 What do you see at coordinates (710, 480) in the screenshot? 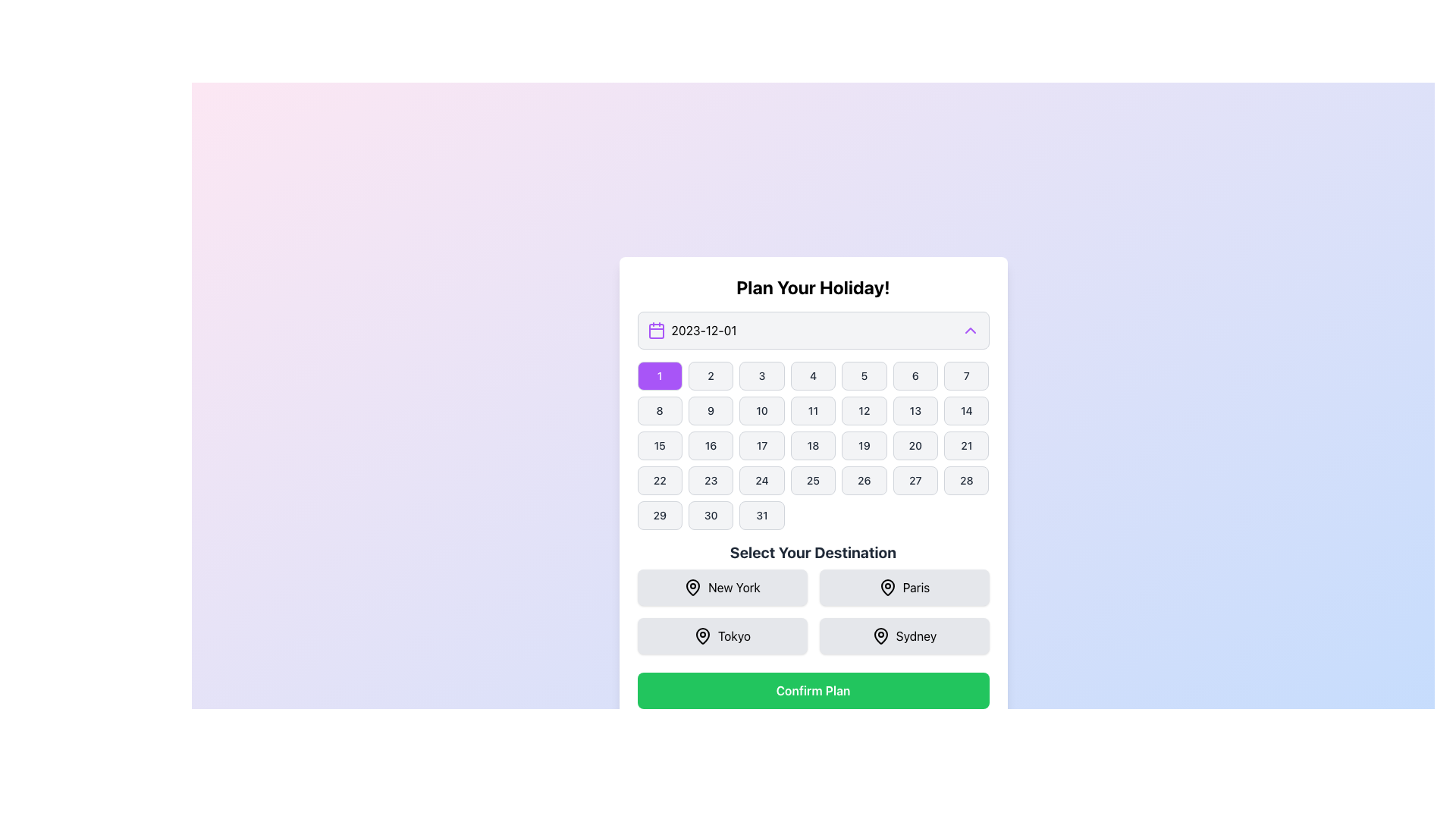
I see `the rounded rectangular button labeled '23' in the calendar component` at bounding box center [710, 480].